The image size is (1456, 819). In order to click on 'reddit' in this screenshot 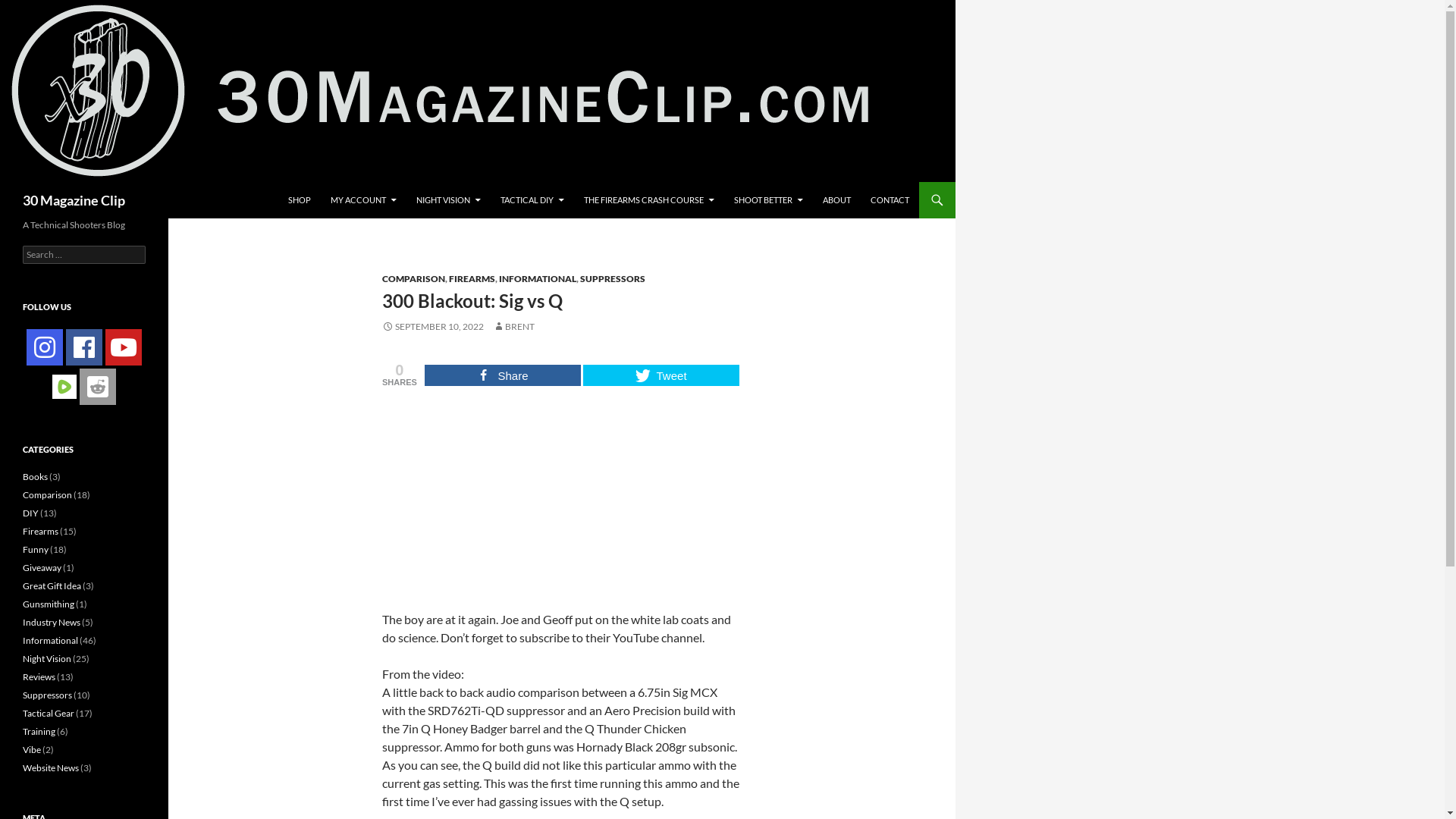, I will do `click(97, 385)`.